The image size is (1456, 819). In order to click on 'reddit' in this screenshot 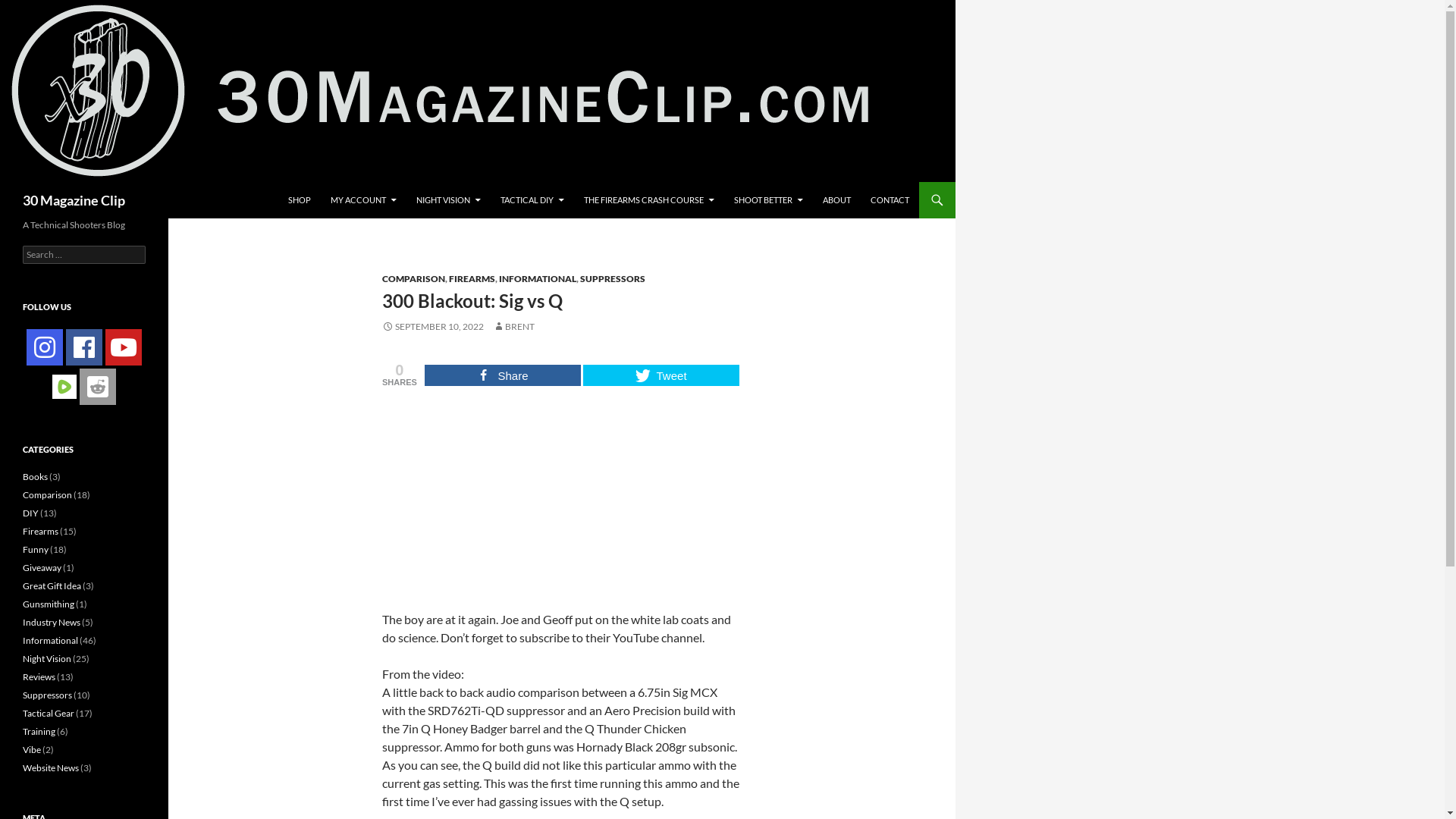, I will do `click(97, 385)`.